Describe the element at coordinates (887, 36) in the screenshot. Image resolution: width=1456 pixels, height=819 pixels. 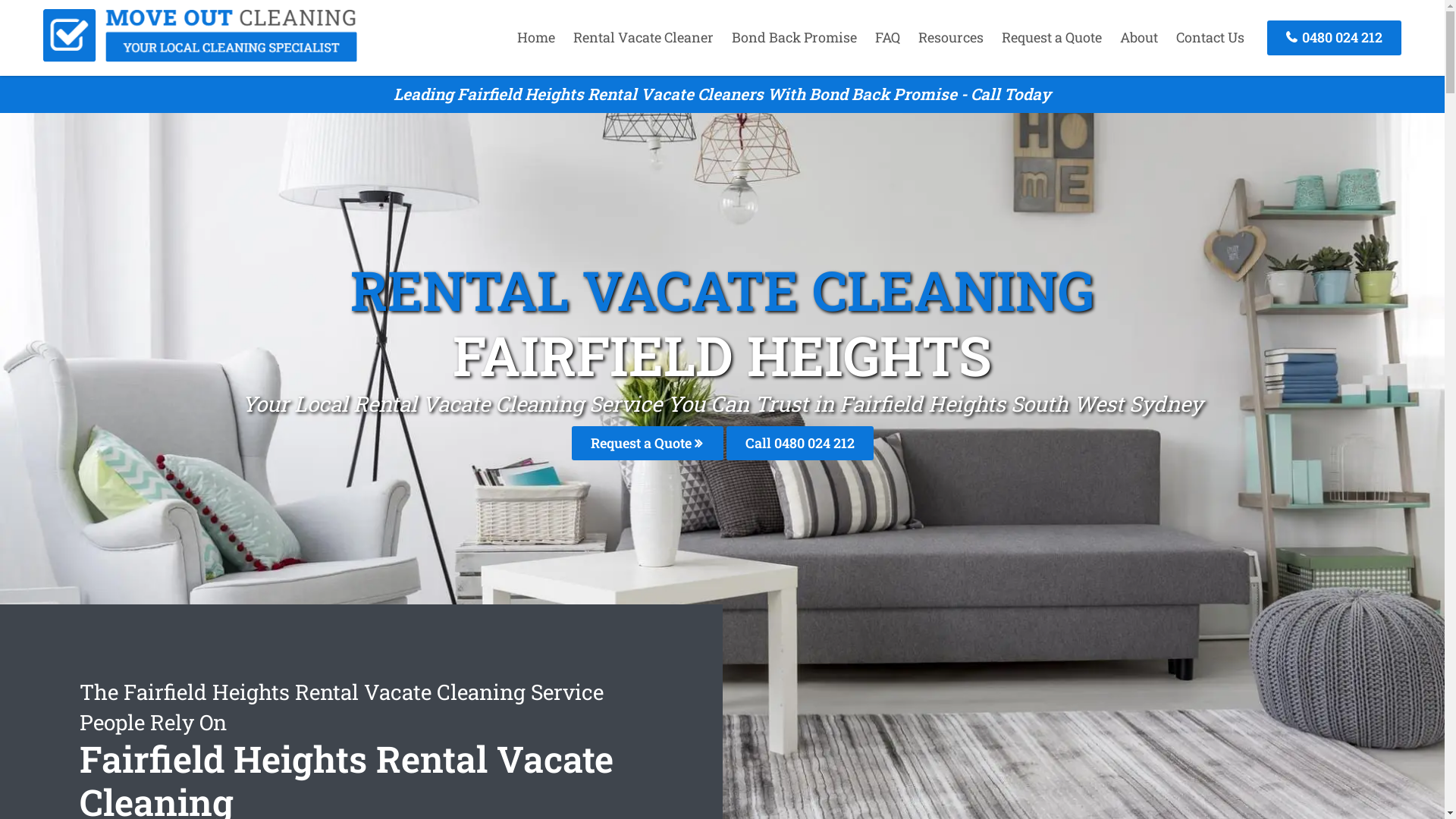
I see `'FAQ'` at that location.